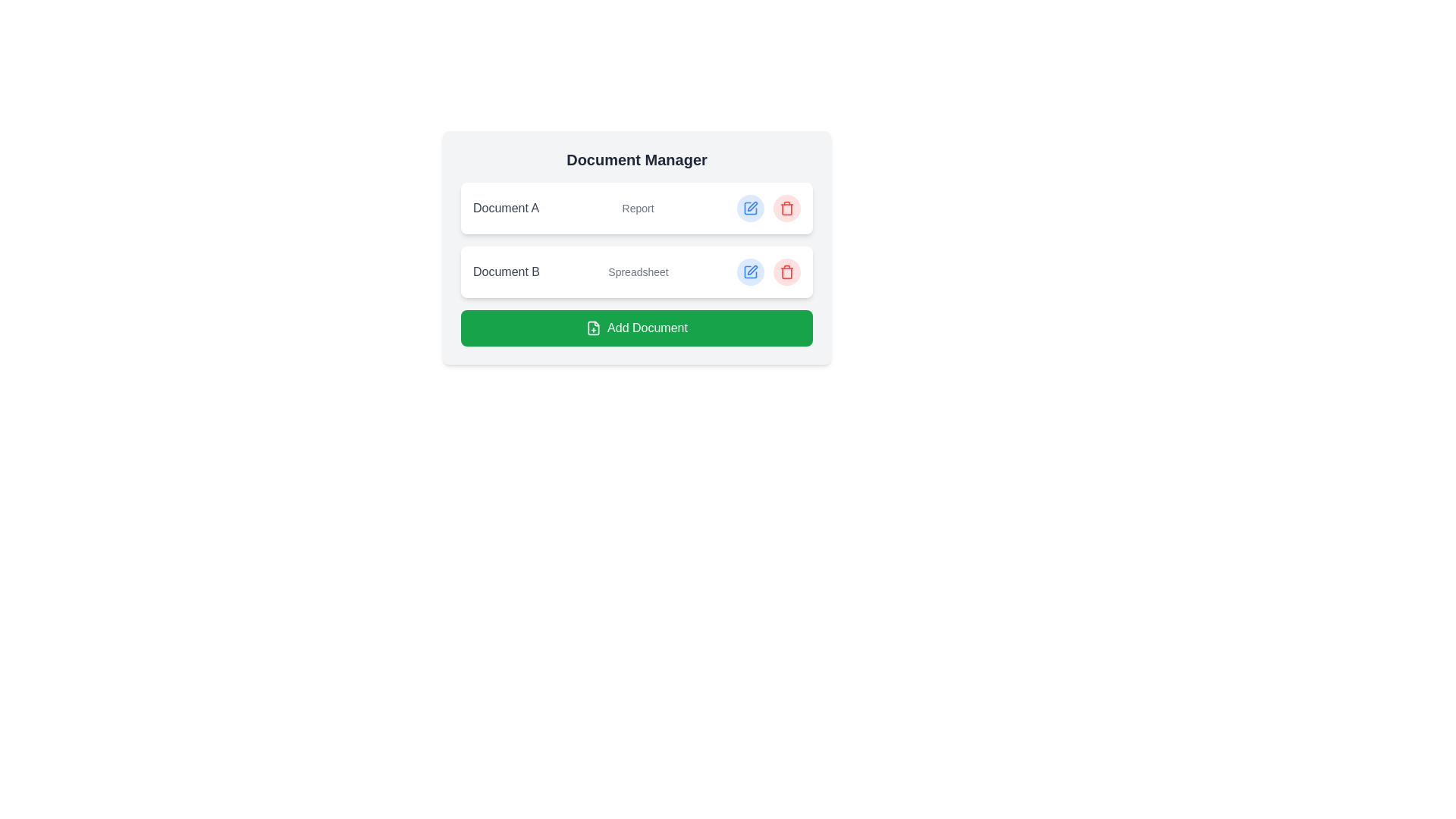 This screenshot has height=819, width=1456. Describe the element at coordinates (593, 327) in the screenshot. I see `the 'Add Document' icon, which is centered within a green button labeled 'Add Document', located below the document listing interface` at that location.